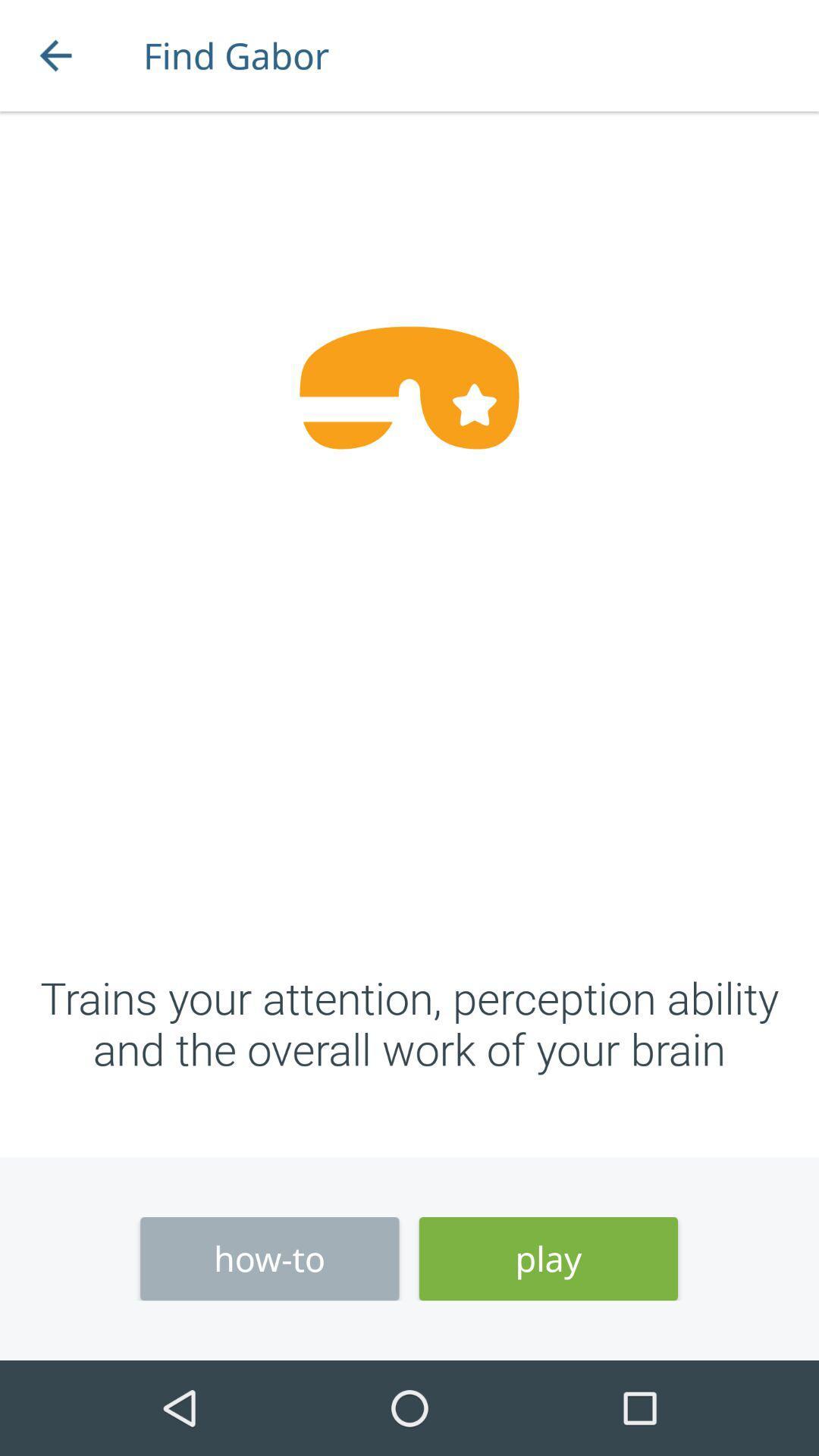 The image size is (819, 1456). Describe the element at coordinates (548, 1259) in the screenshot. I see `the icon to the right of how-to item` at that location.